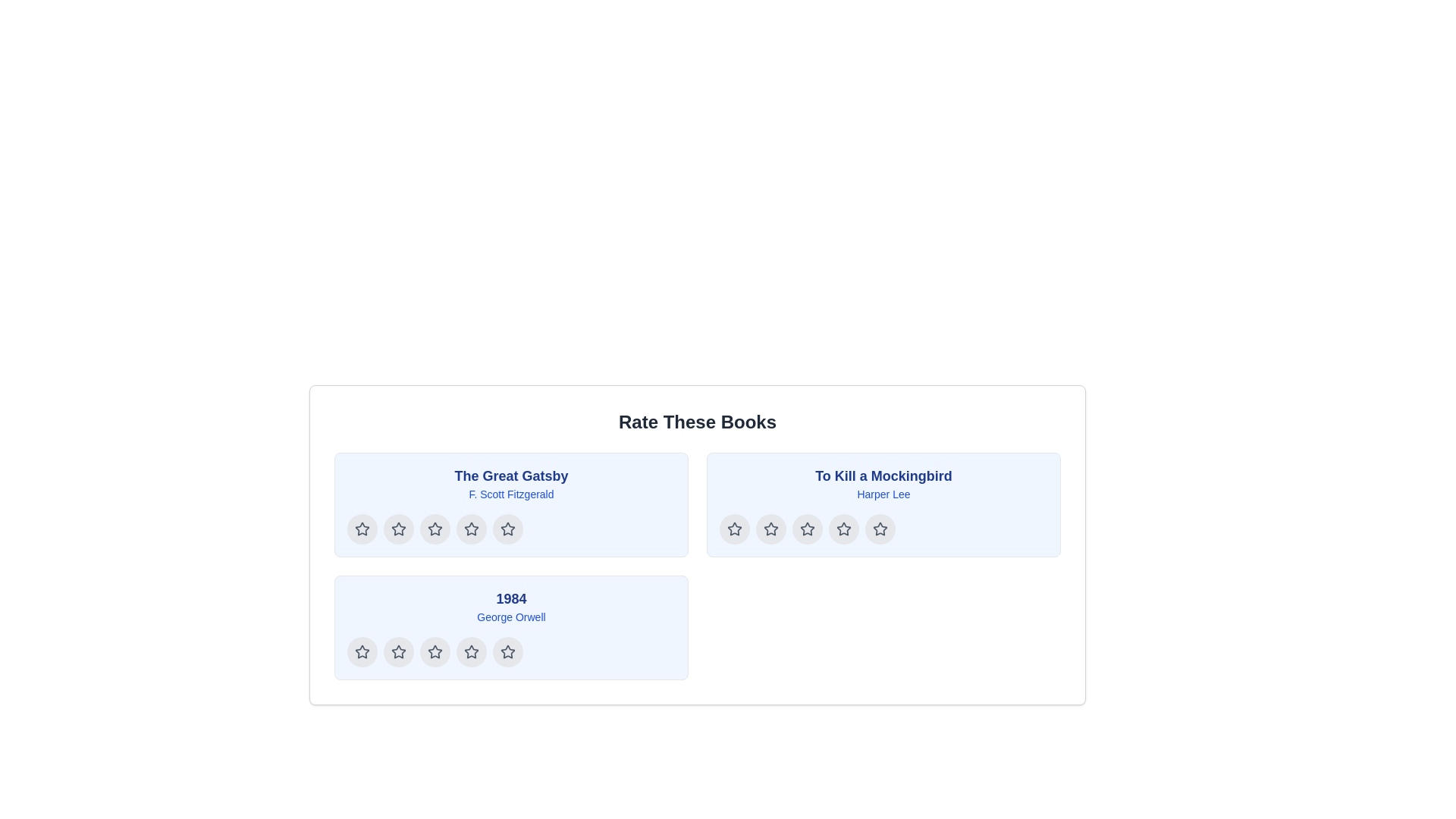 The height and width of the screenshot is (819, 1456). What do you see at coordinates (508, 651) in the screenshot?
I see `the second-to-last star-shaped icon in the rating row for the book '1984' by George Orwell` at bounding box center [508, 651].